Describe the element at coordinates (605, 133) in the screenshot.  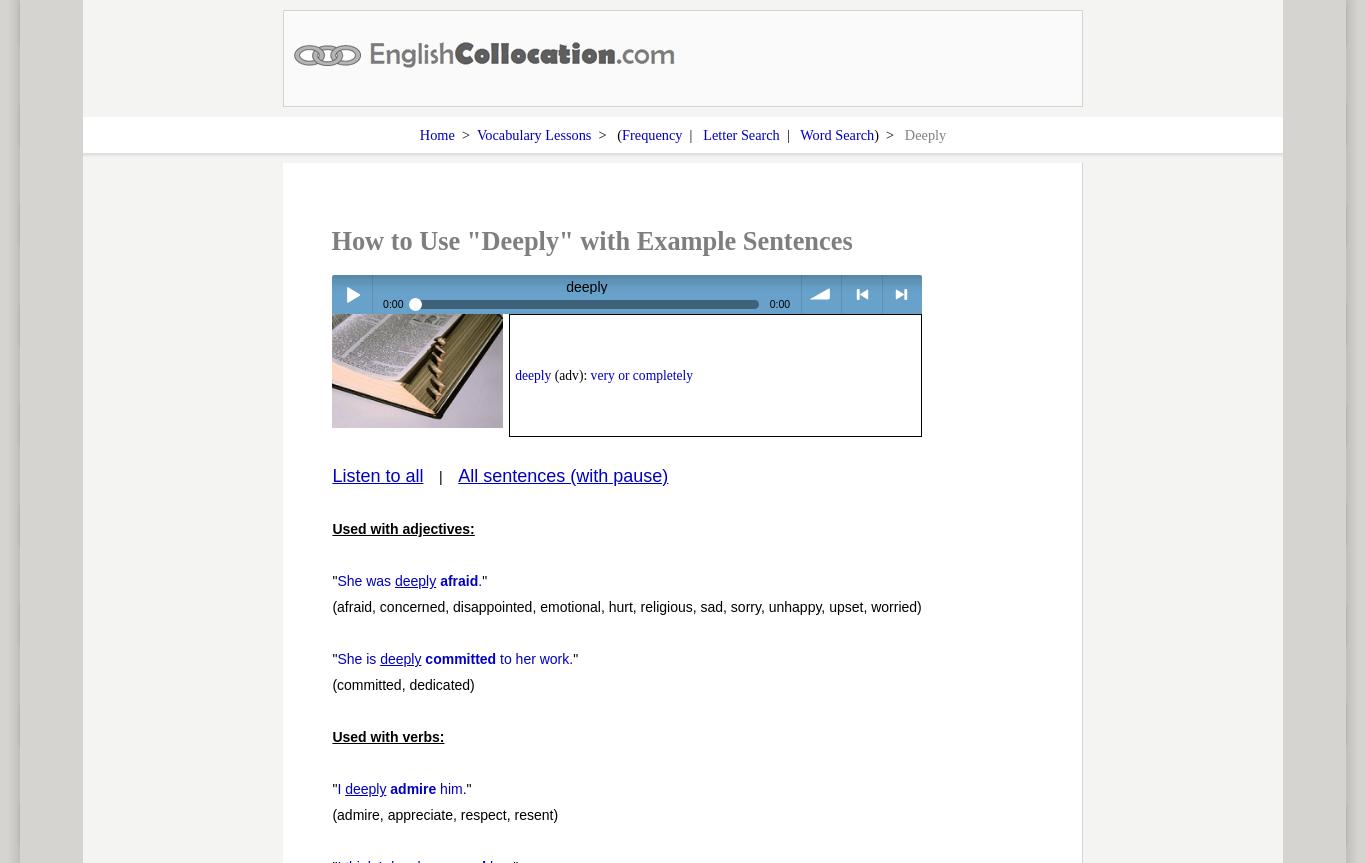
I see `'>  
									('` at that location.